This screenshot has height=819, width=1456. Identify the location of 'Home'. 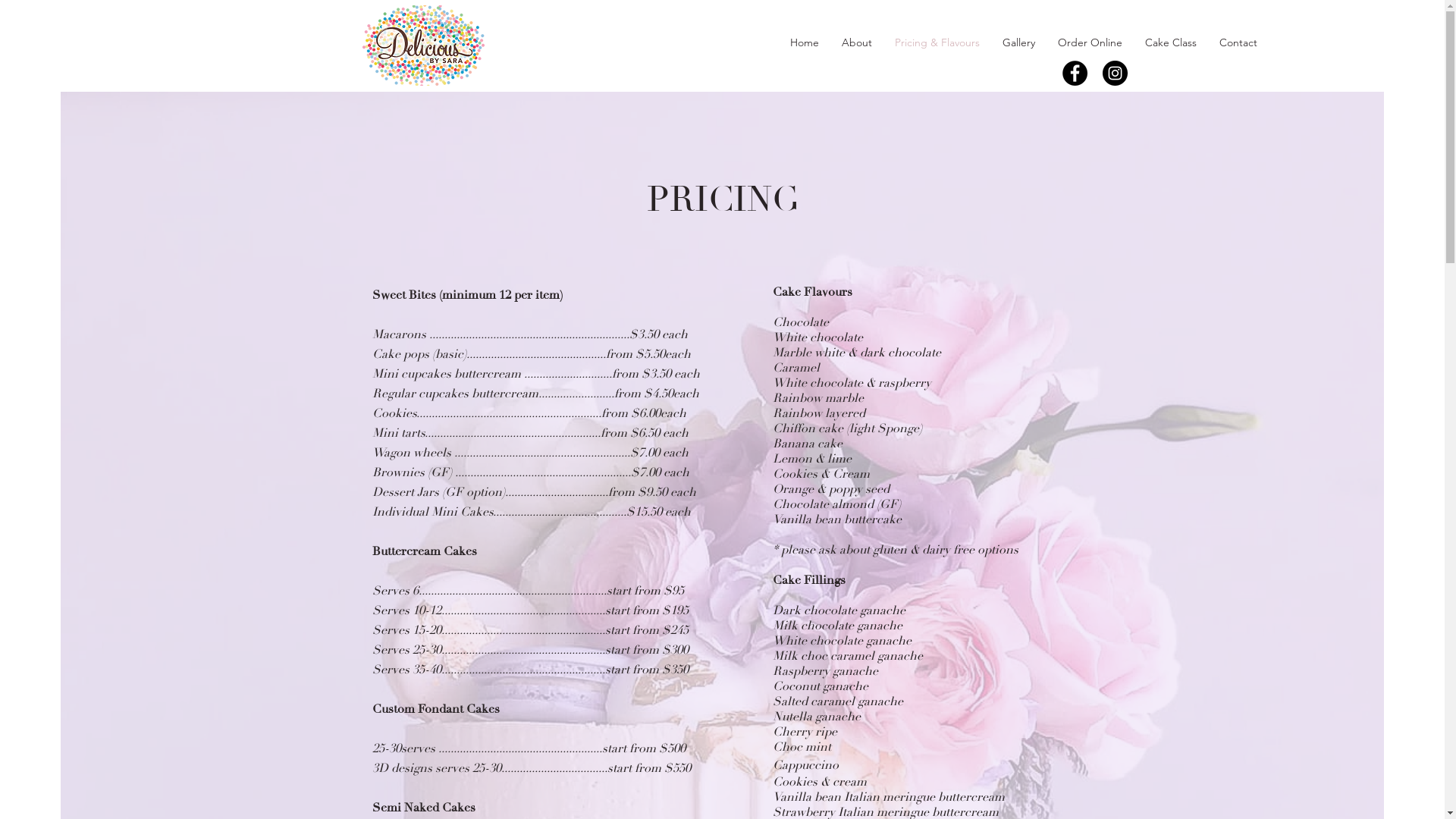
(803, 42).